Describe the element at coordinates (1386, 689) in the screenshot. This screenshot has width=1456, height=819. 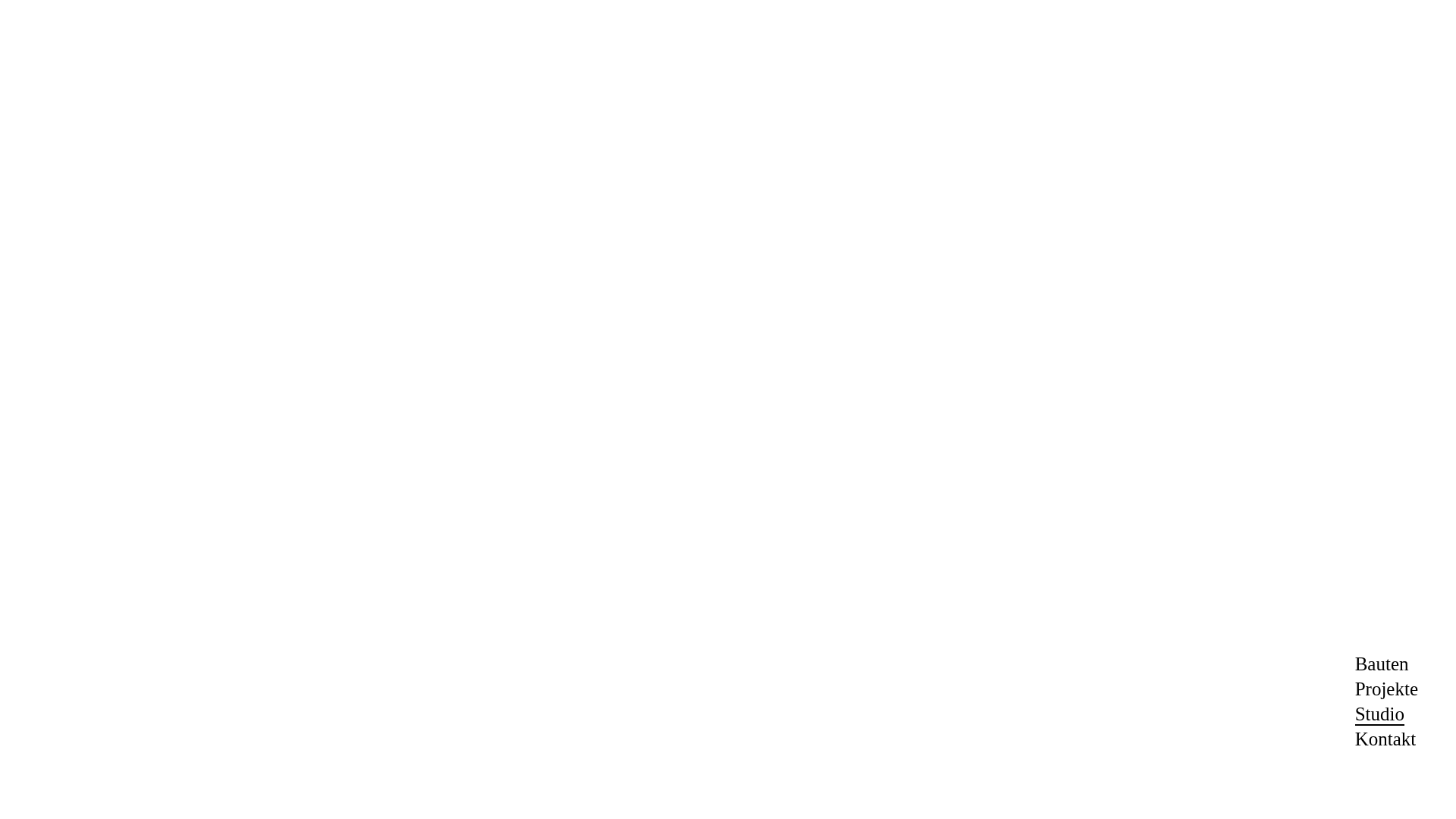
I see `'Projekte'` at that location.